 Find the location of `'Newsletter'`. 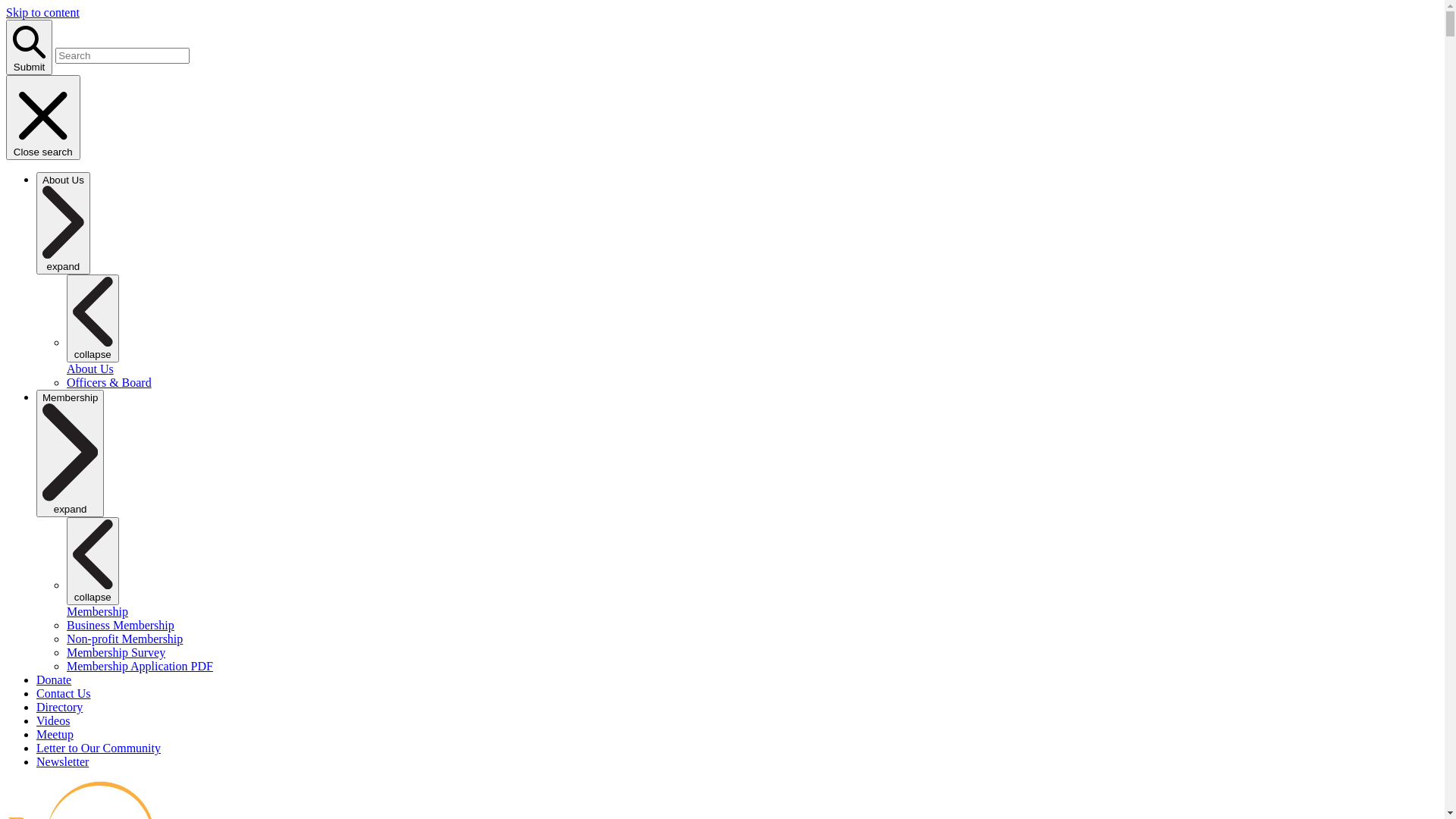

'Newsletter' is located at coordinates (61, 761).